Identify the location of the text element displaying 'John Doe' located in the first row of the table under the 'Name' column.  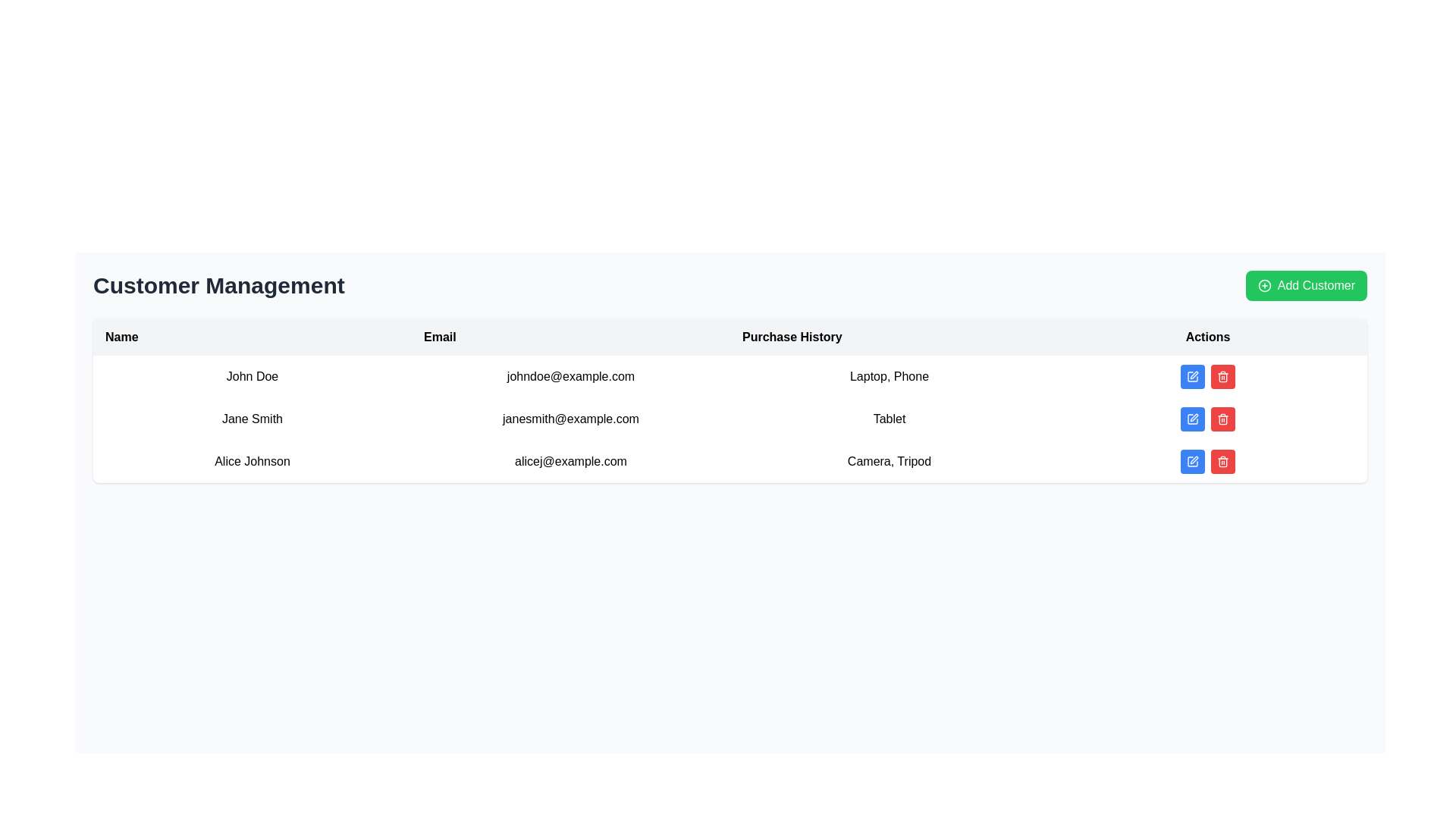
(252, 376).